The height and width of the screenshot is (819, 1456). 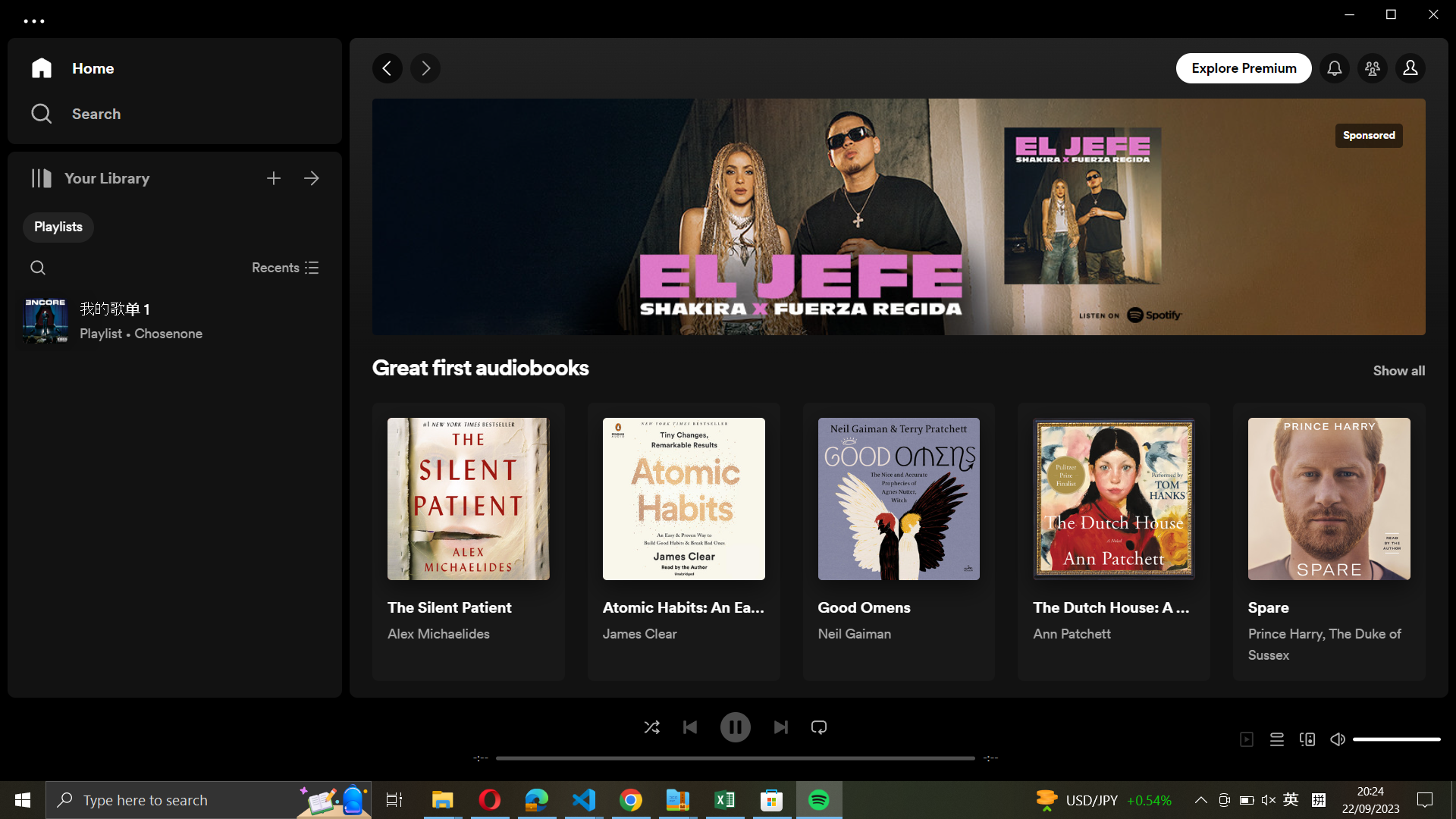 I want to click on the audiobook "Silent Patient" in your digital collection, so click(x=467, y=541).